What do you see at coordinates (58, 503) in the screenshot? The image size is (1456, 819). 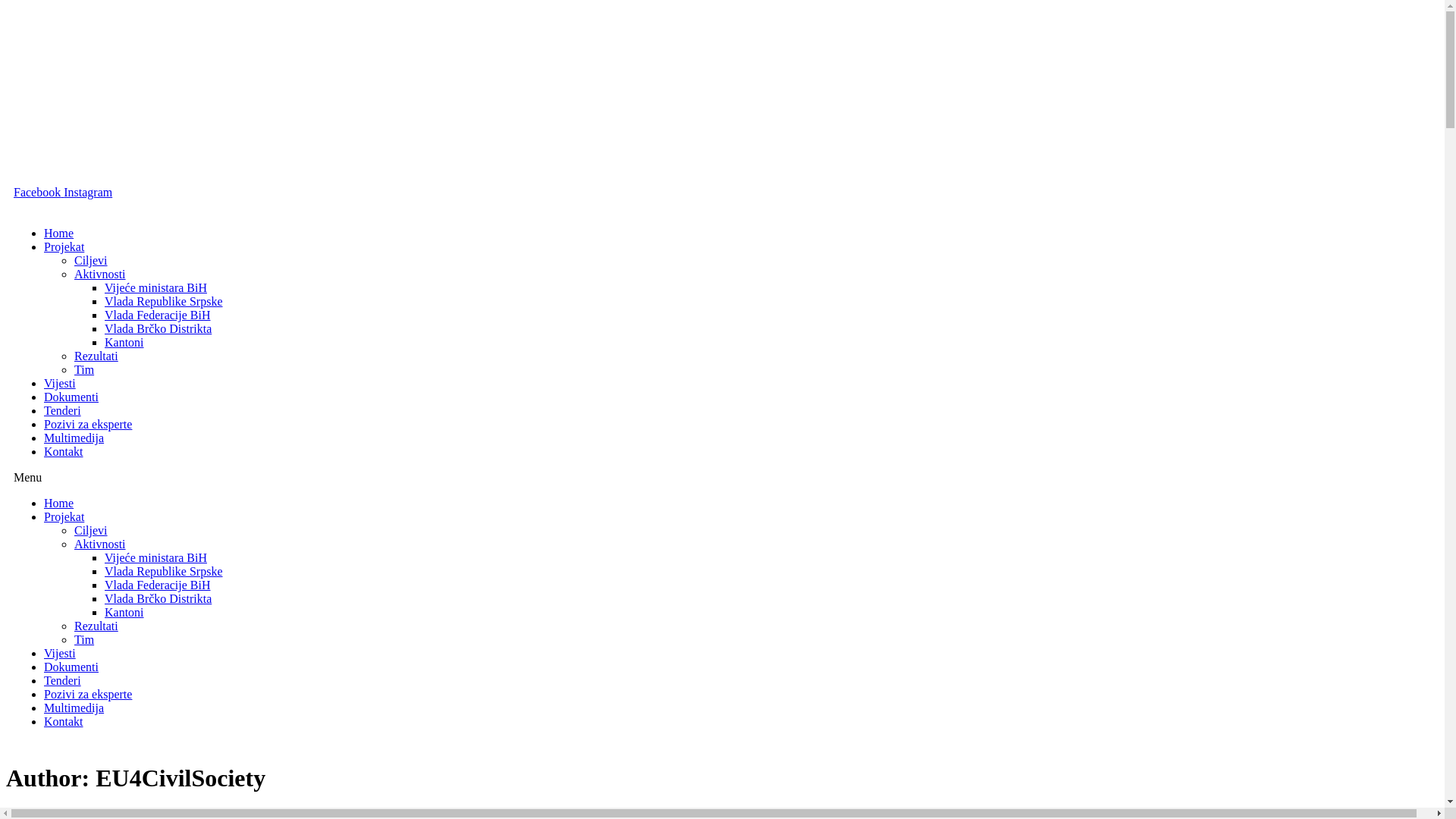 I see `'Home'` at bounding box center [58, 503].